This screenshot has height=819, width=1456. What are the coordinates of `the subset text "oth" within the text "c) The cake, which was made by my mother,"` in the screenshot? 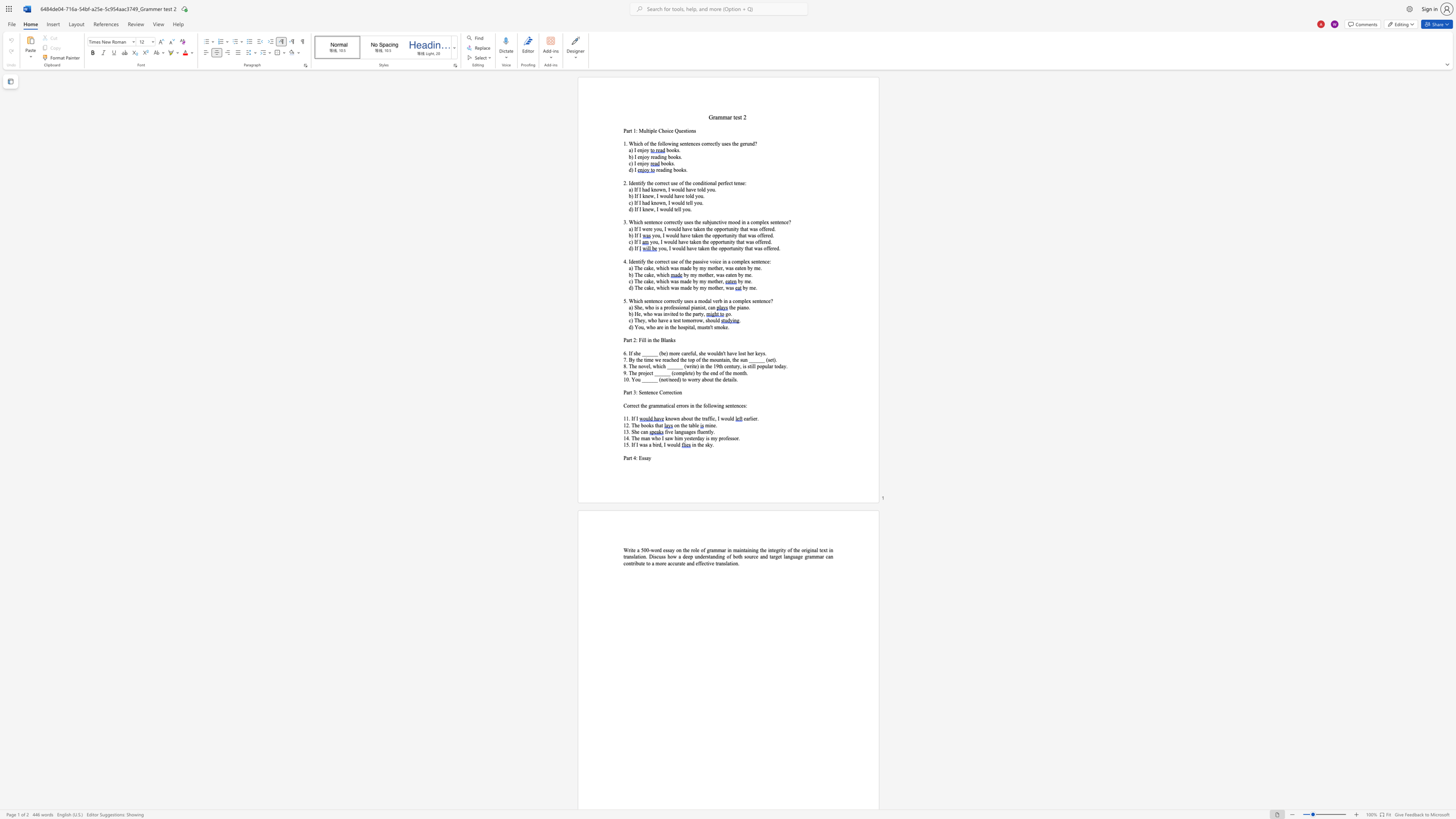 It's located at (711, 281).